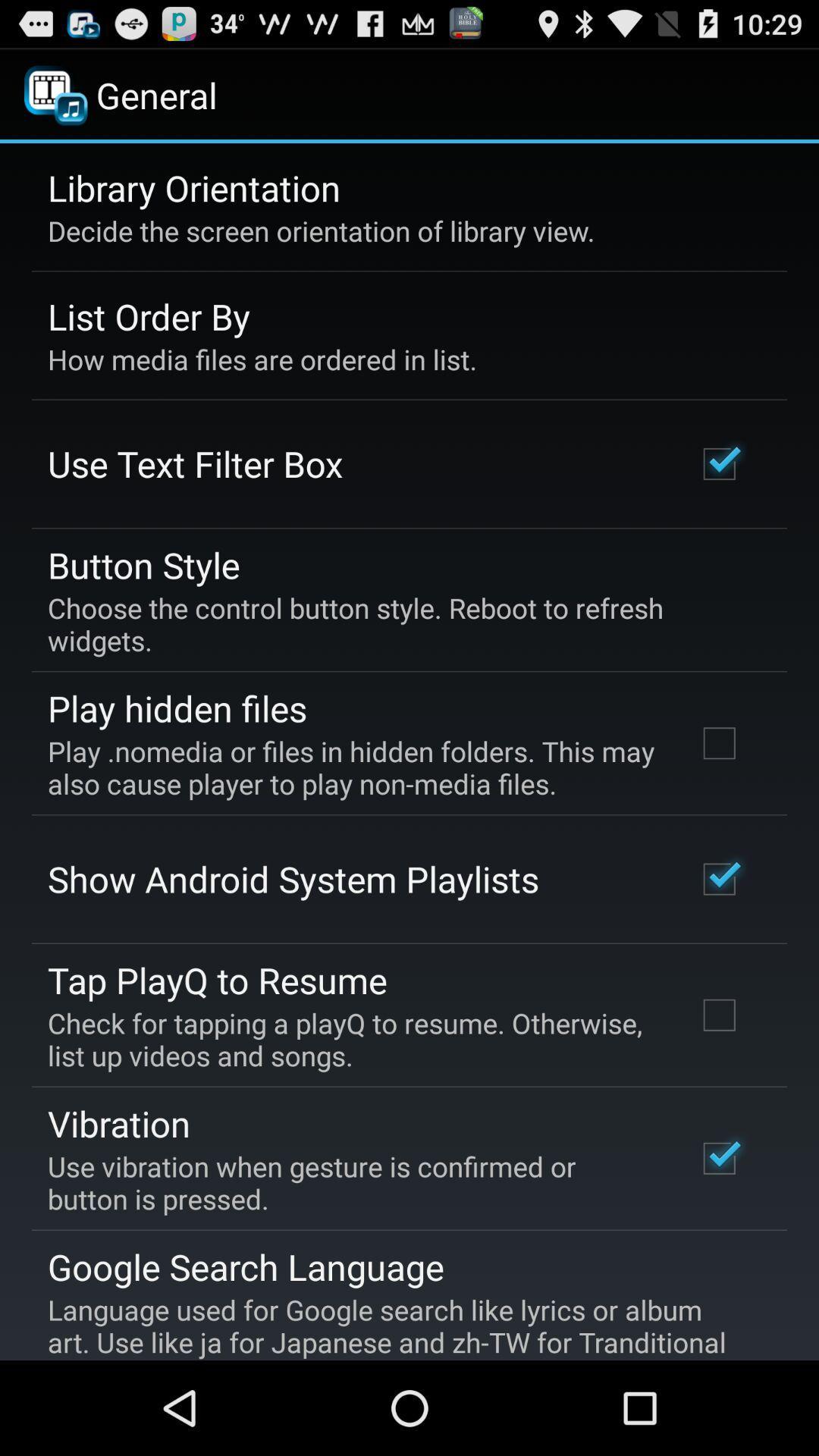 The height and width of the screenshot is (1456, 819). I want to click on the check for tapping app, so click(351, 1038).